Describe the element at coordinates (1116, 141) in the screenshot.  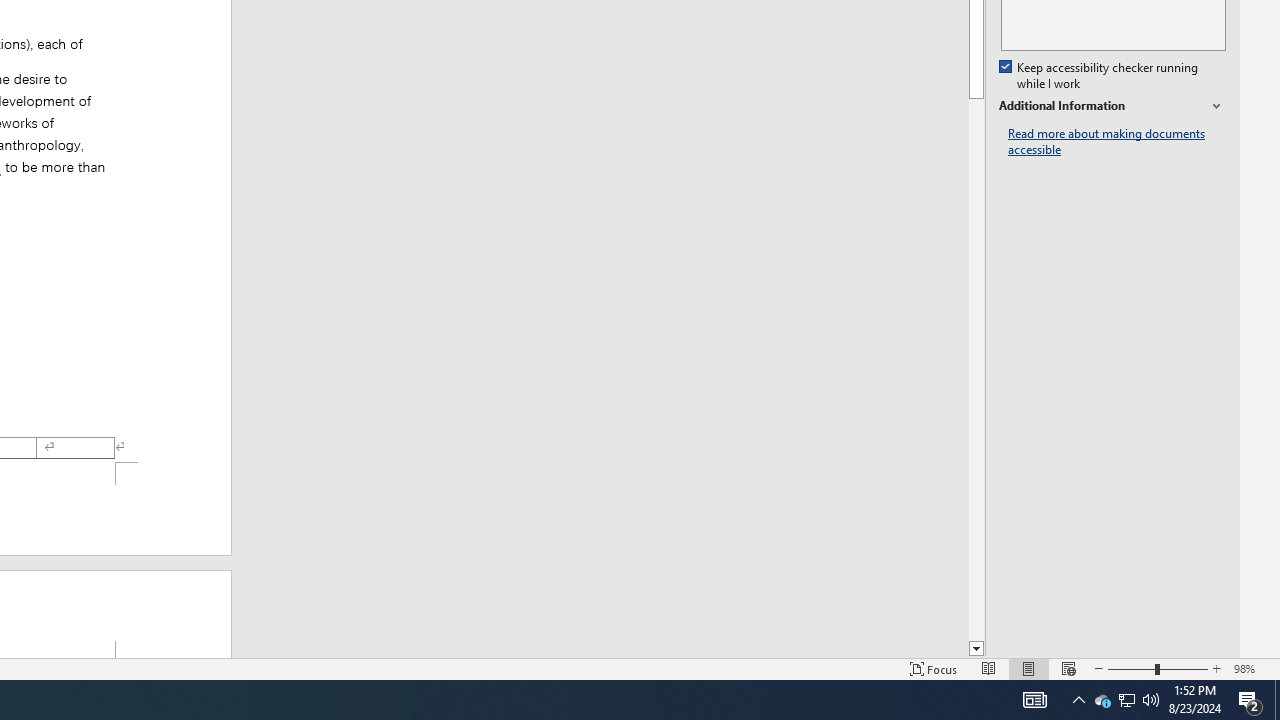
I see `'Read more about making documents accessible'` at that location.